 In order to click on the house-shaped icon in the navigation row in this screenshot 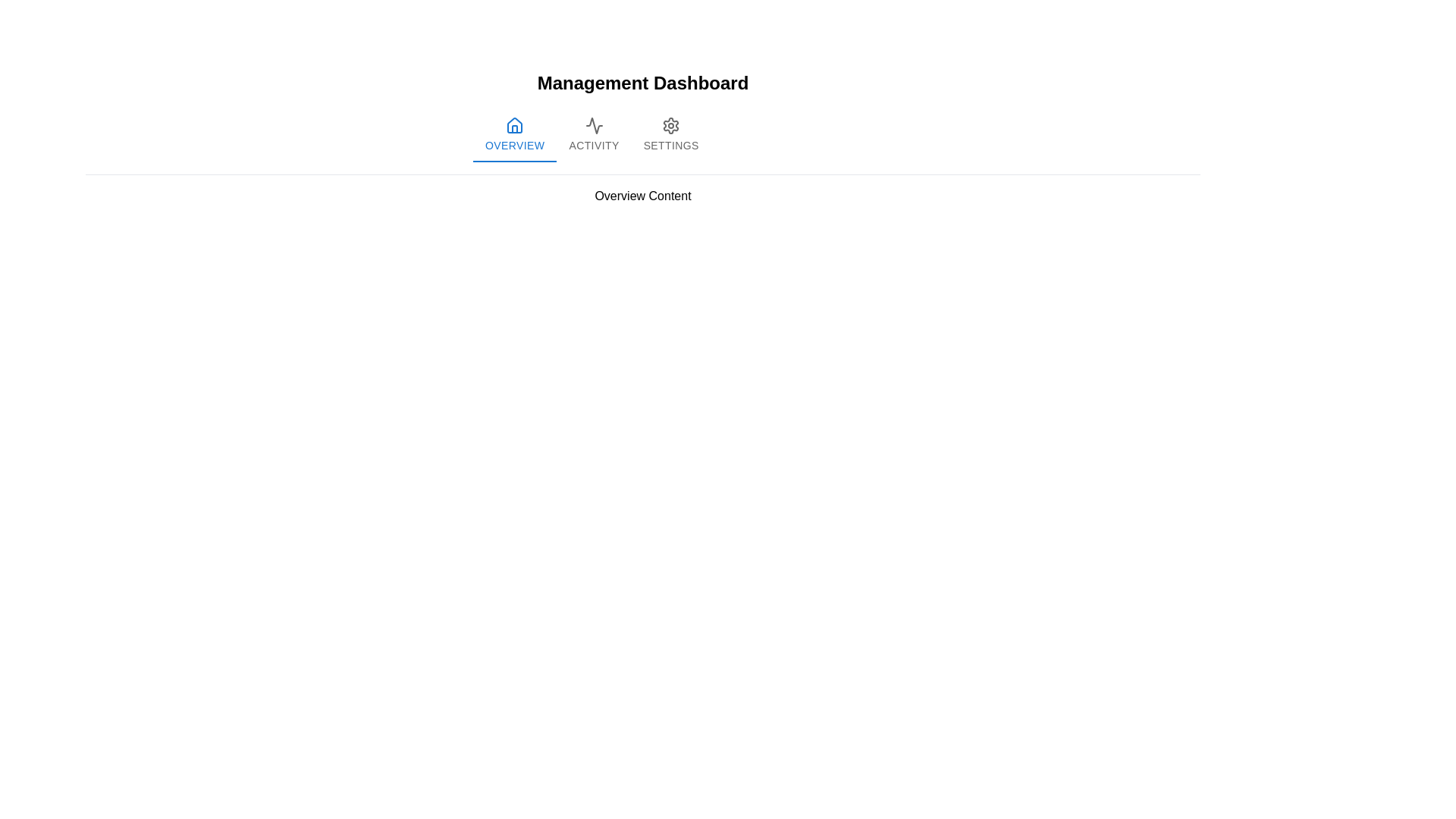, I will do `click(515, 124)`.